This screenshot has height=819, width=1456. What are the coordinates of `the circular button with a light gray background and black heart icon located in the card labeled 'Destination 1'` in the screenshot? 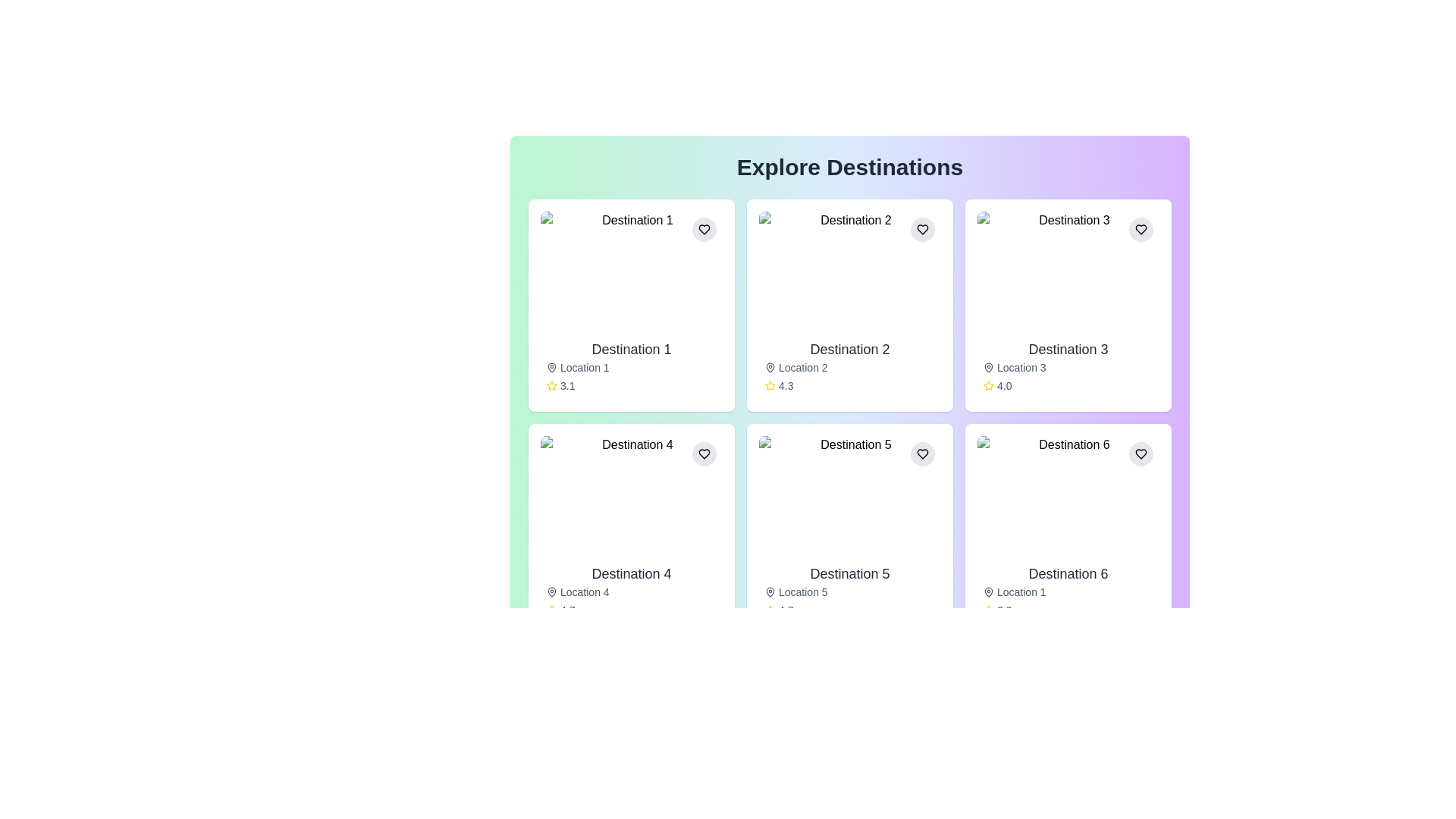 It's located at (704, 230).